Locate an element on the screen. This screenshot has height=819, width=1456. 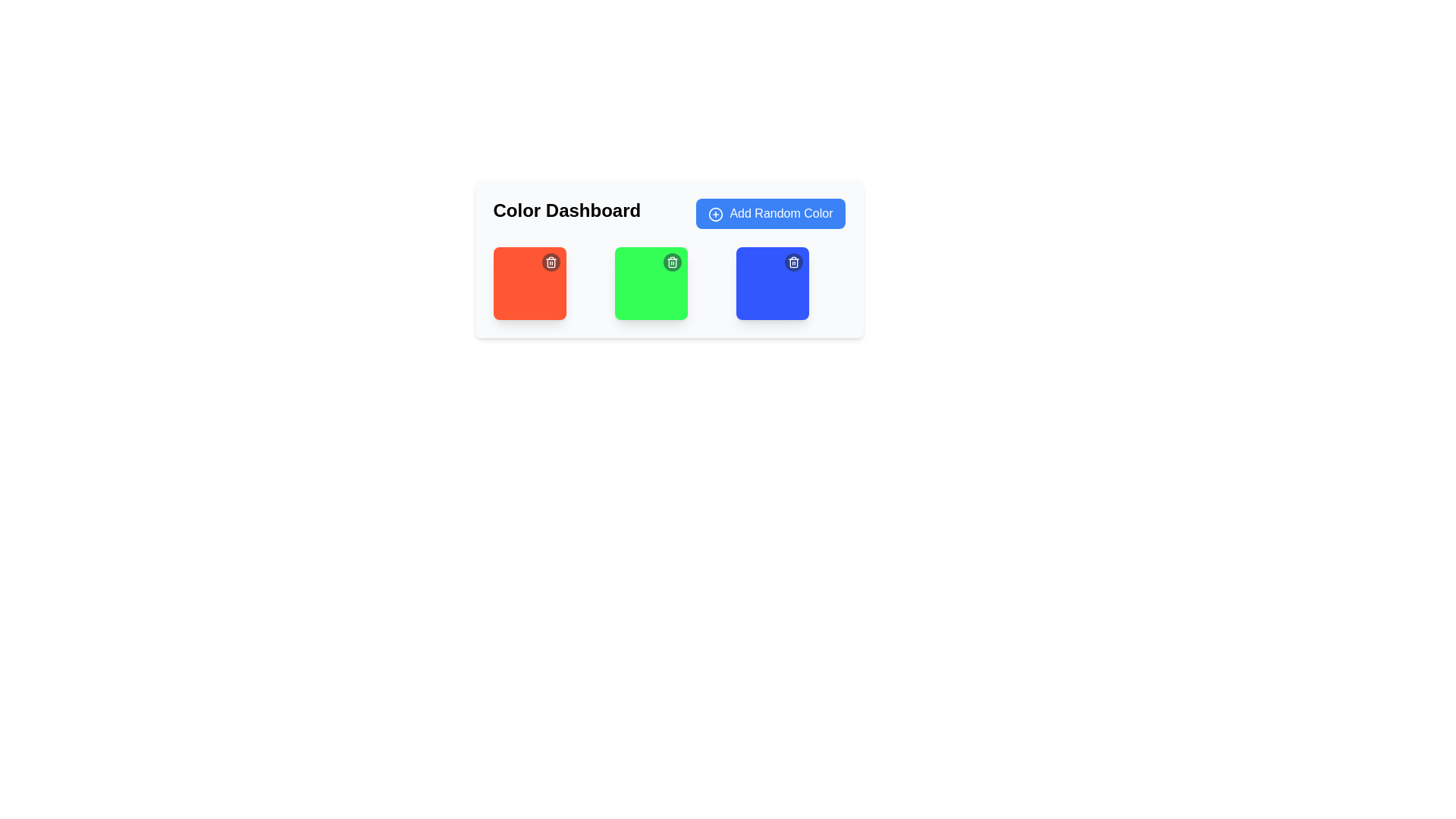
the button located in the top-right corner of the 'Color Dashboard' interface is located at coordinates (770, 213).